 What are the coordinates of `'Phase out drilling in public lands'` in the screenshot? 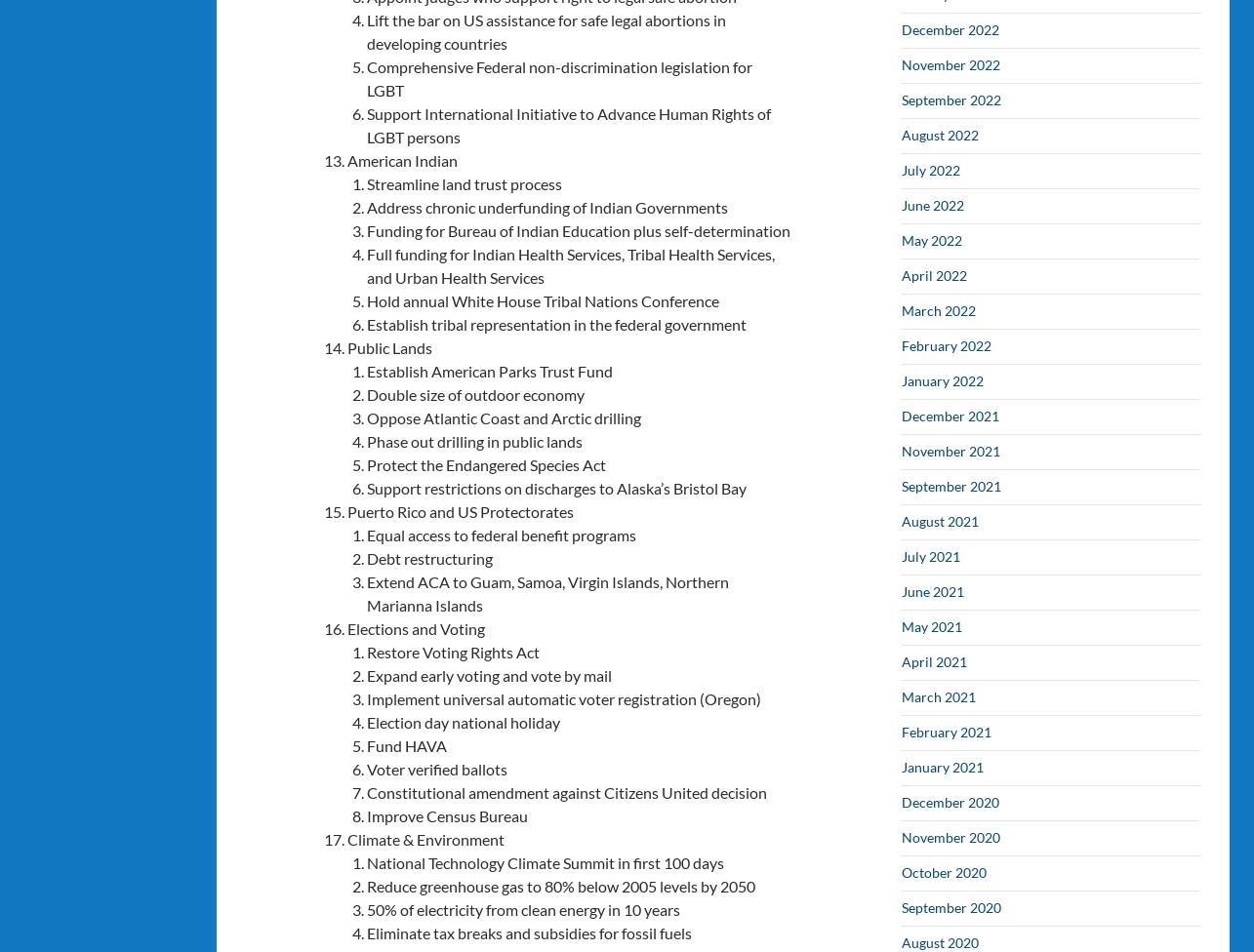 It's located at (474, 439).